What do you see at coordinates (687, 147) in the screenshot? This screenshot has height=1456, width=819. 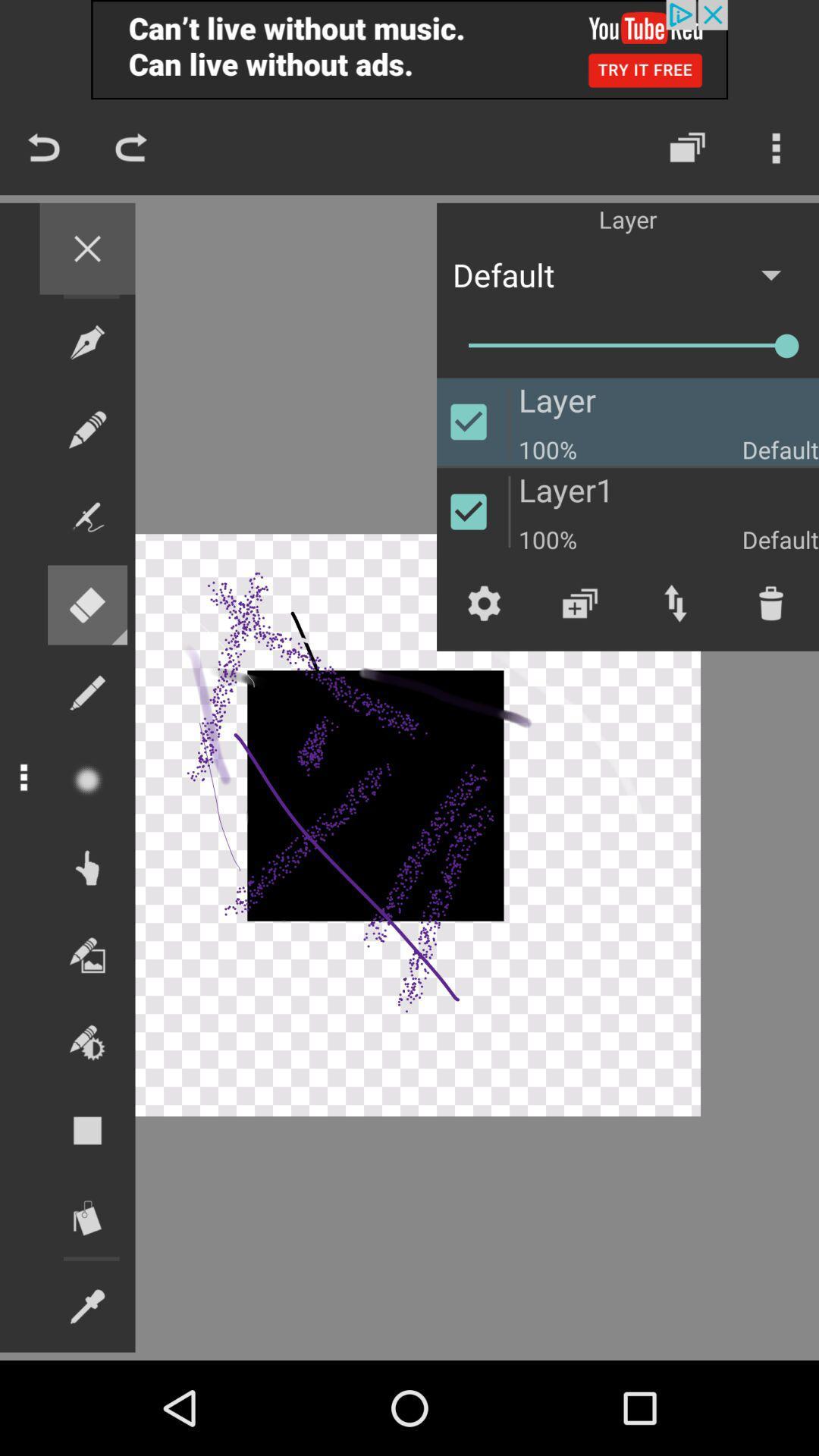 I see `the layers icon` at bounding box center [687, 147].